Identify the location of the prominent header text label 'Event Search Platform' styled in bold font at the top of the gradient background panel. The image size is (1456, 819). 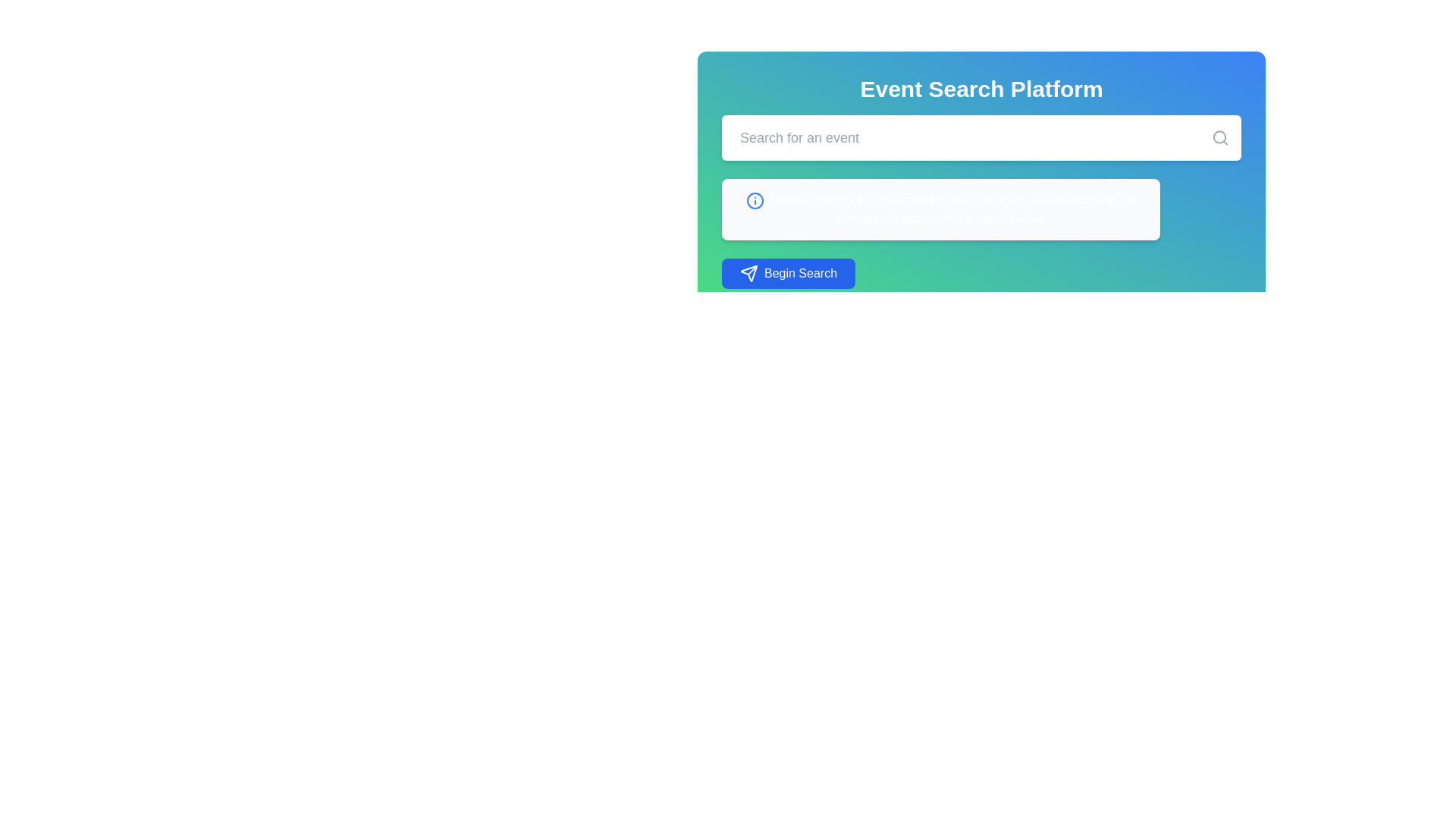
(981, 89).